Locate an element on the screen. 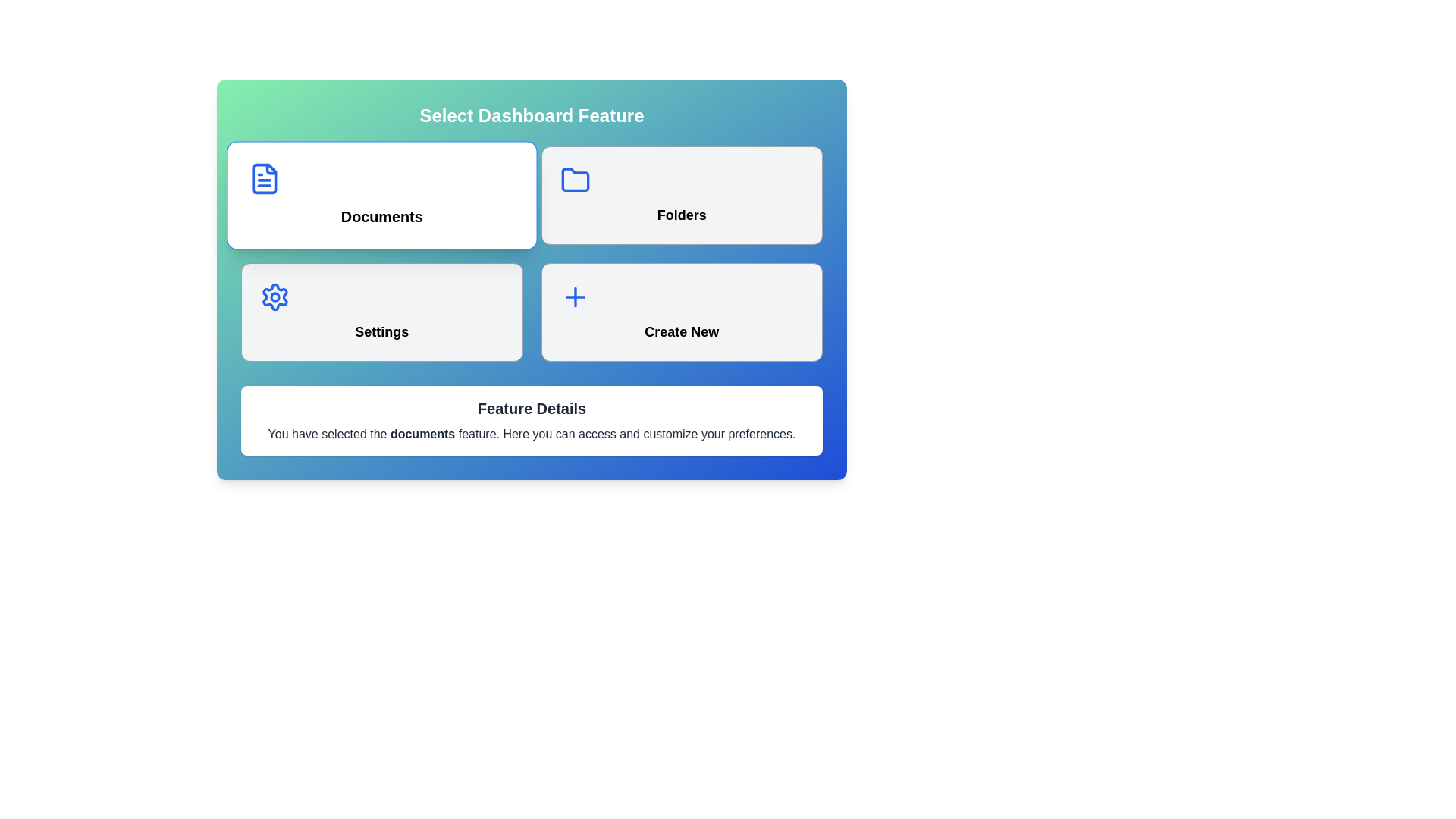  the decorative SVG circle element that is part of the 'Settings' button in the dashboard feature selection menu, located in the lower-left slot of the four main buttons is located at coordinates (275, 297).